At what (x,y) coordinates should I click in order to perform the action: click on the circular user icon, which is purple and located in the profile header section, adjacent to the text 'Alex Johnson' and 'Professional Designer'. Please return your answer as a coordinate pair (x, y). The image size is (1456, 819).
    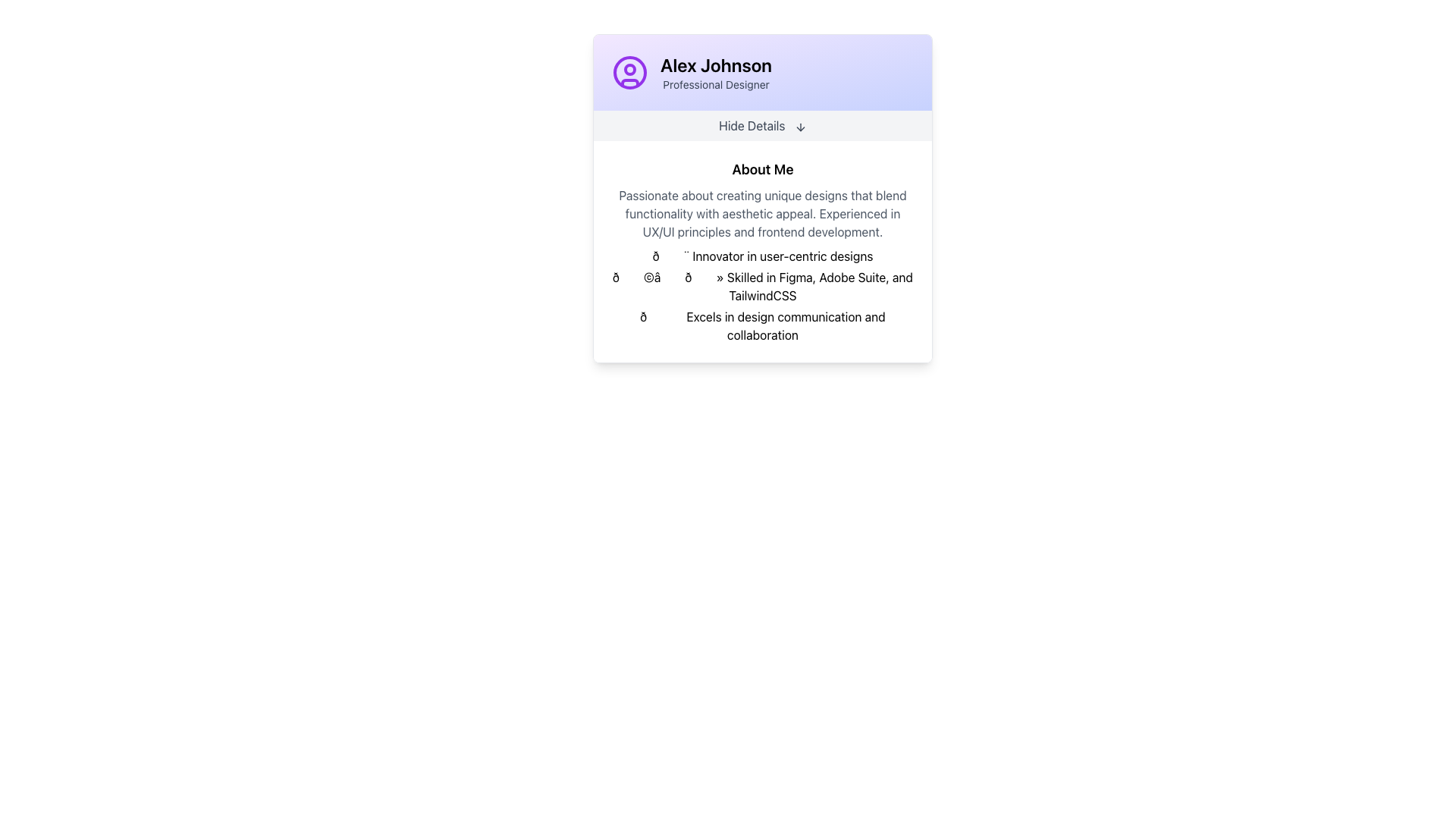
    Looking at the image, I should click on (629, 73).